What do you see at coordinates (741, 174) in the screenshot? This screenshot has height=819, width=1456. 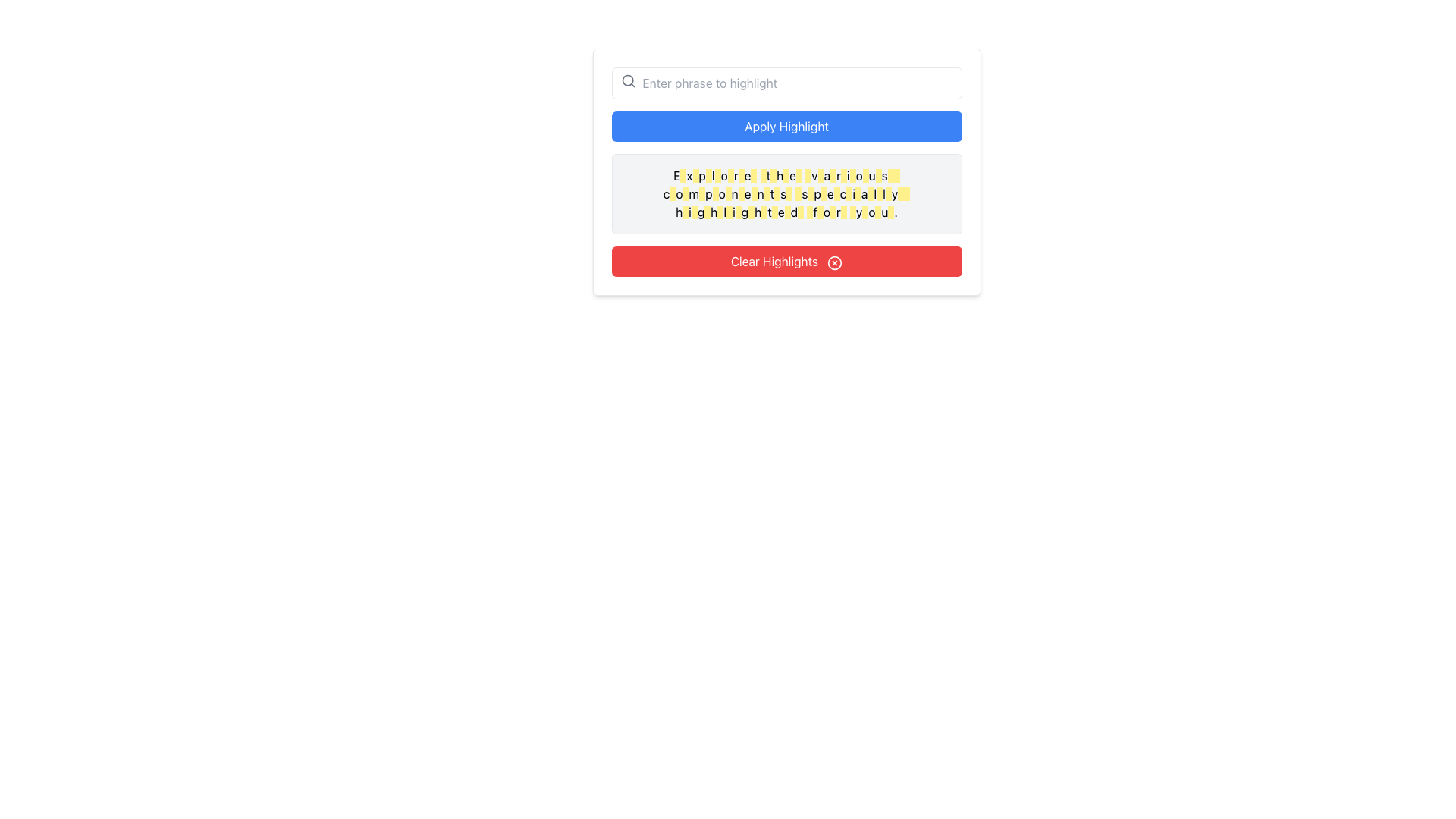 I see `the sixth yellow-highlighted rectangle that highlights the word 'the' in the text 'Explore the various components specially highlighted for you.'` at bounding box center [741, 174].